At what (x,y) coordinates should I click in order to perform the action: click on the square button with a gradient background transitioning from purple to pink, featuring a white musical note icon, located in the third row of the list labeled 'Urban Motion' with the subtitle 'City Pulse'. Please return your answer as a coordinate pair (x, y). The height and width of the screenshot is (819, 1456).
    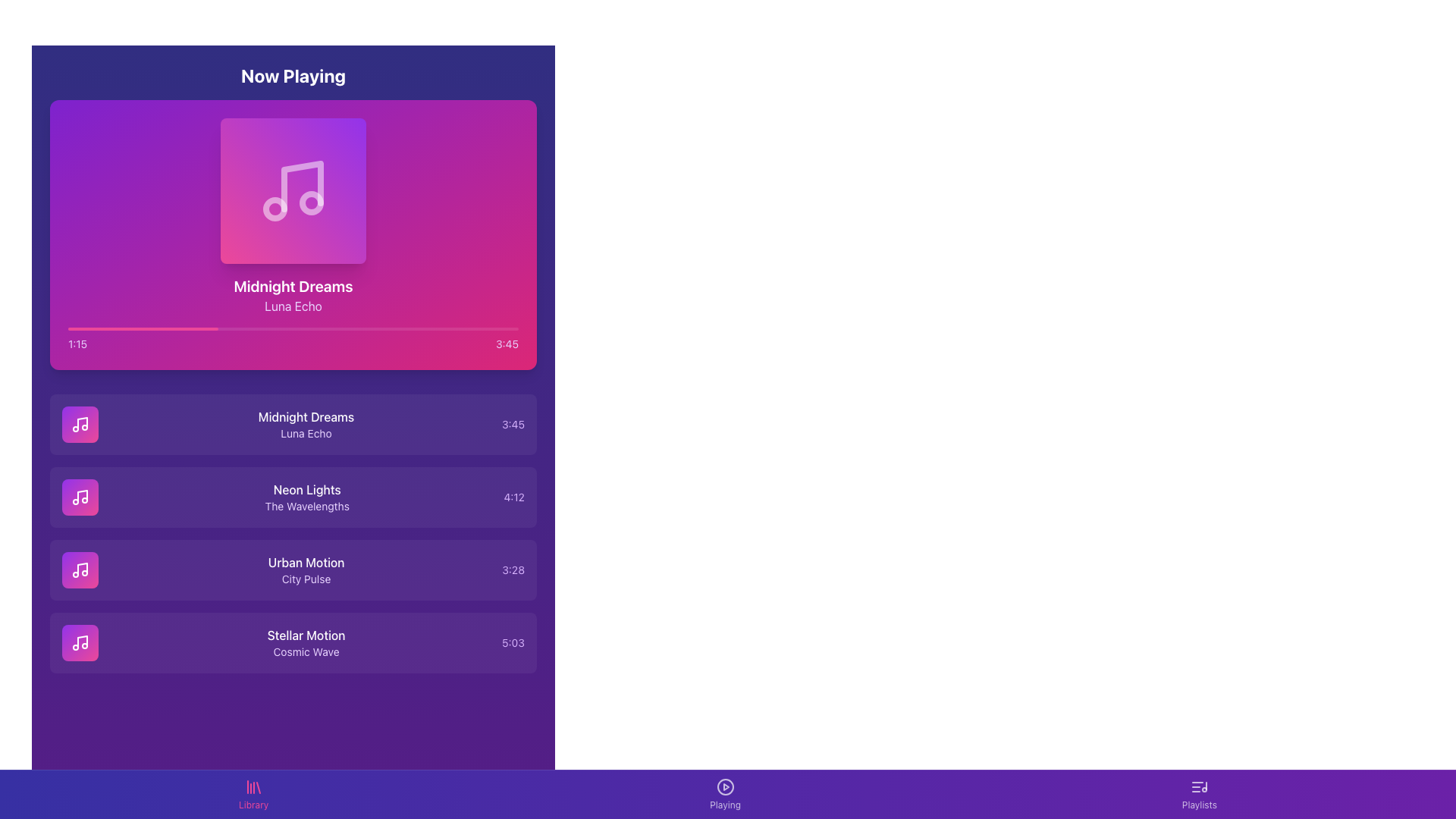
    Looking at the image, I should click on (79, 570).